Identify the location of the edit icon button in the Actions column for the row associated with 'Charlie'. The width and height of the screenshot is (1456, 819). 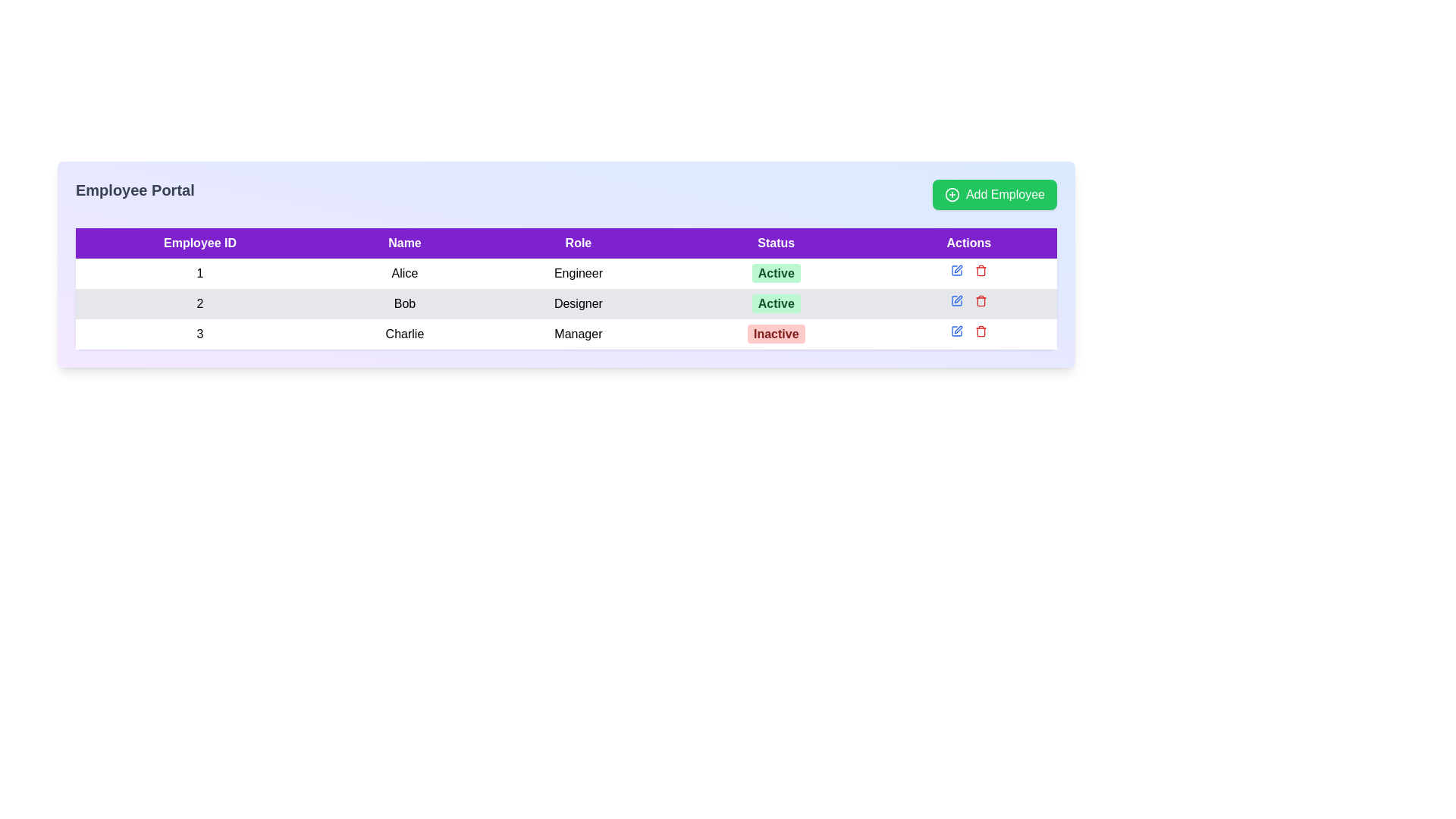
(955, 330).